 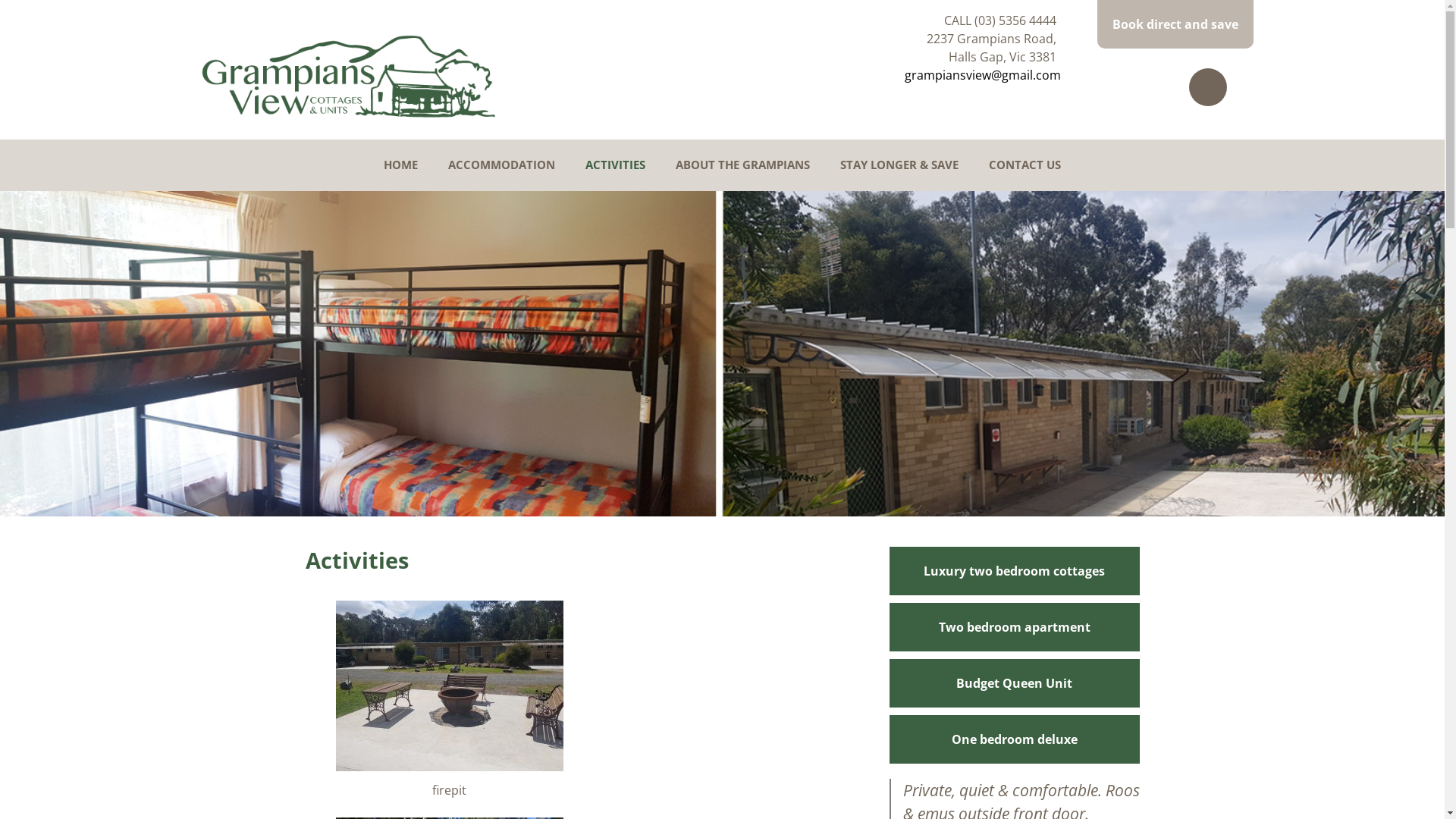 What do you see at coordinates (615, 165) in the screenshot?
I see `'ACTIVITIES'` at bounding box center [615, 165].